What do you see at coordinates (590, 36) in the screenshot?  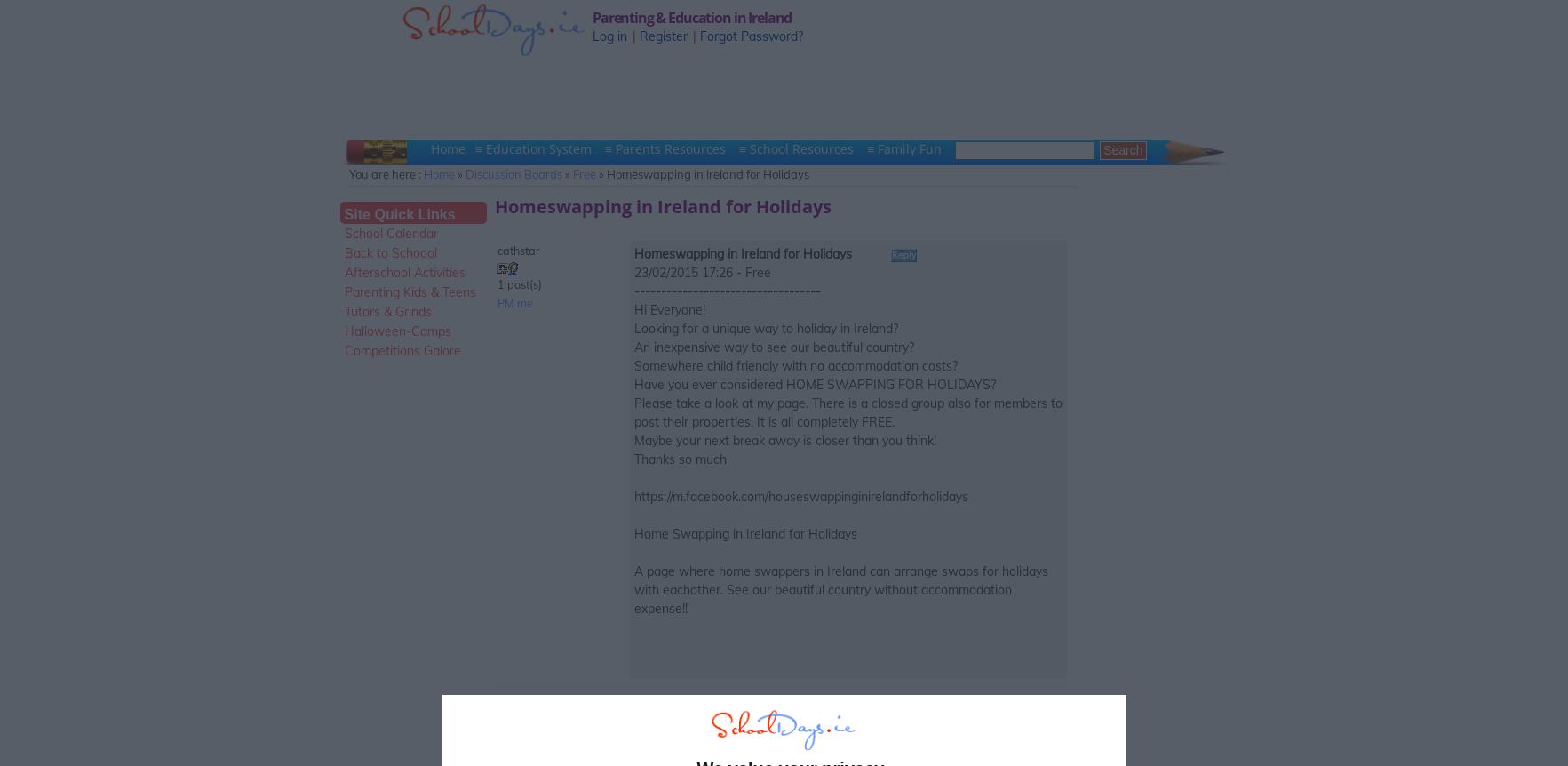 I see `'Log in'` at bounding box center [590, 36].